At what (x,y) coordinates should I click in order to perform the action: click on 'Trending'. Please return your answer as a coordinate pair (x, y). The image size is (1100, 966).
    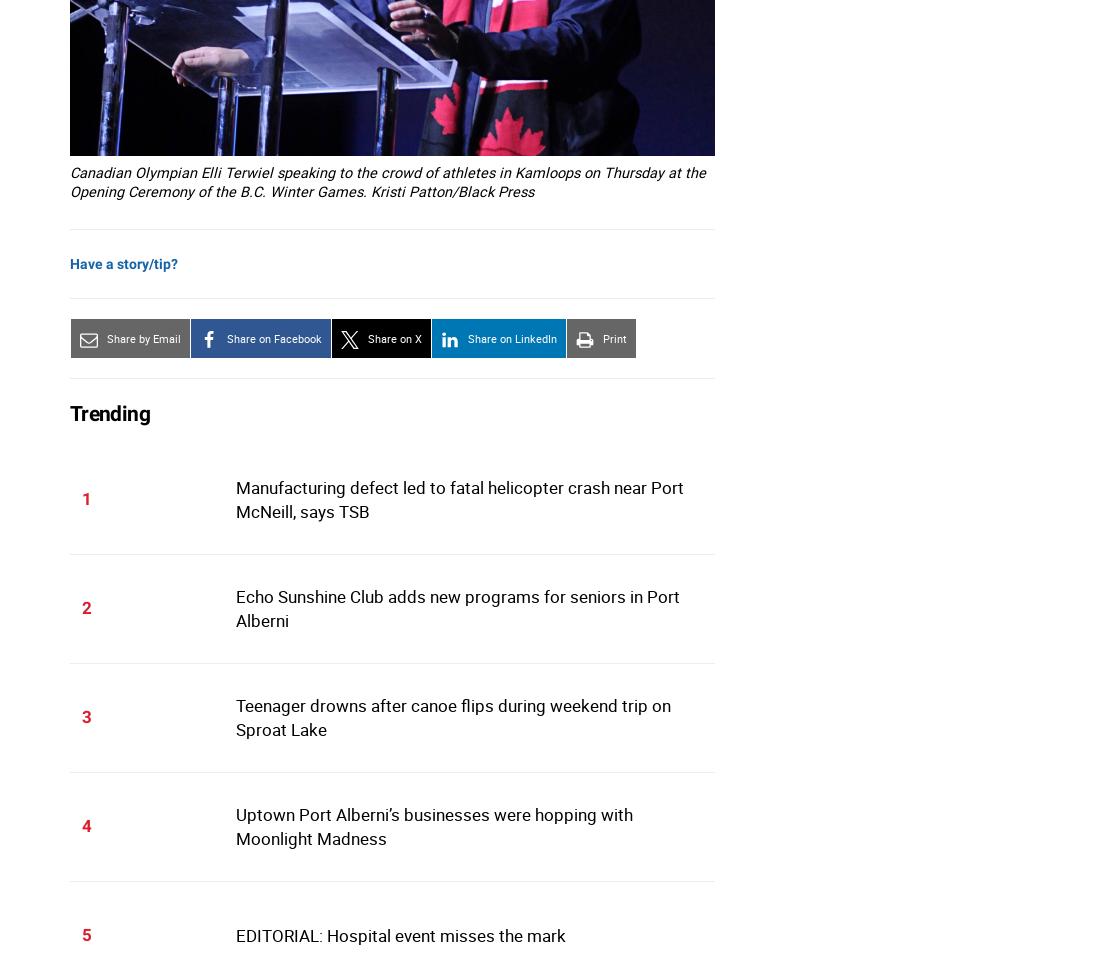
    Looking at the image, I should click on (109, 412).